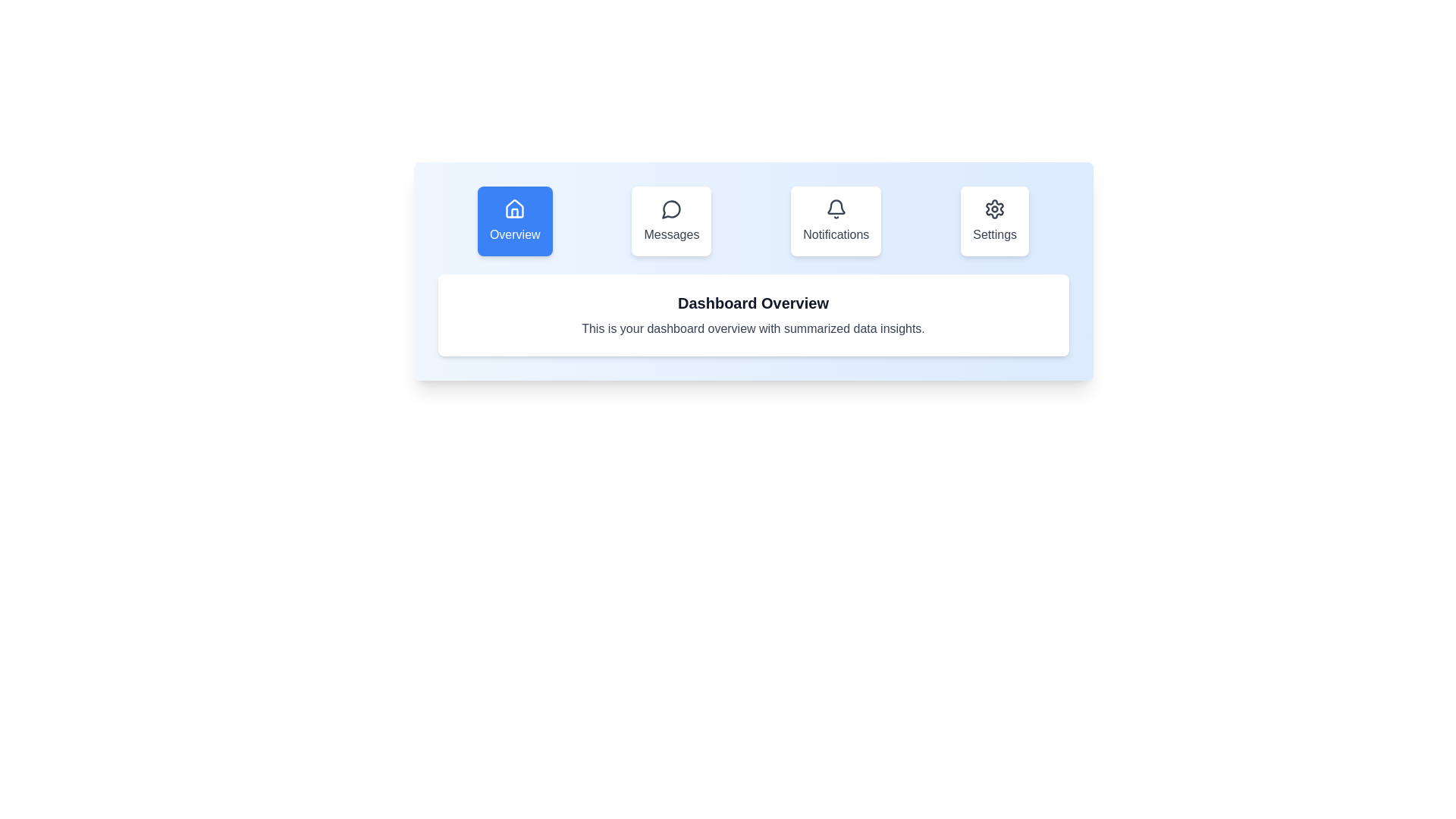 Image resolution: width=1456 pixels, height=819 pixels. Describe the element at coordinates (995, 234) in the screenshot. I see `the 'Settings' text label, which is styled in dark gray font and located below a gear-shaped icon within a card-like structure` at that location.